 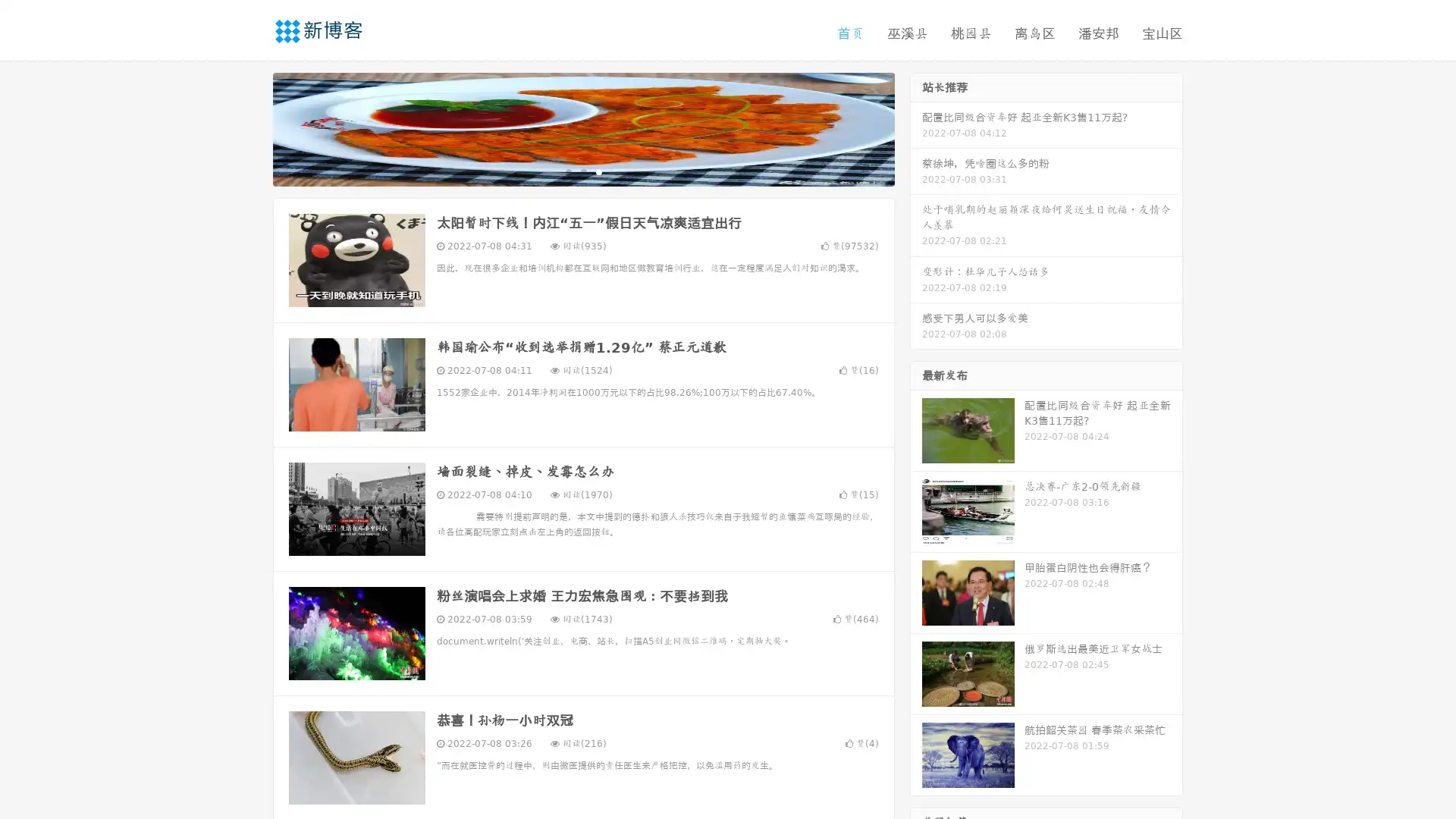 What do you see at coordinates (598, 171) in the screenshot?
I see `Go to slide 3` at bounding box center [598, 171].